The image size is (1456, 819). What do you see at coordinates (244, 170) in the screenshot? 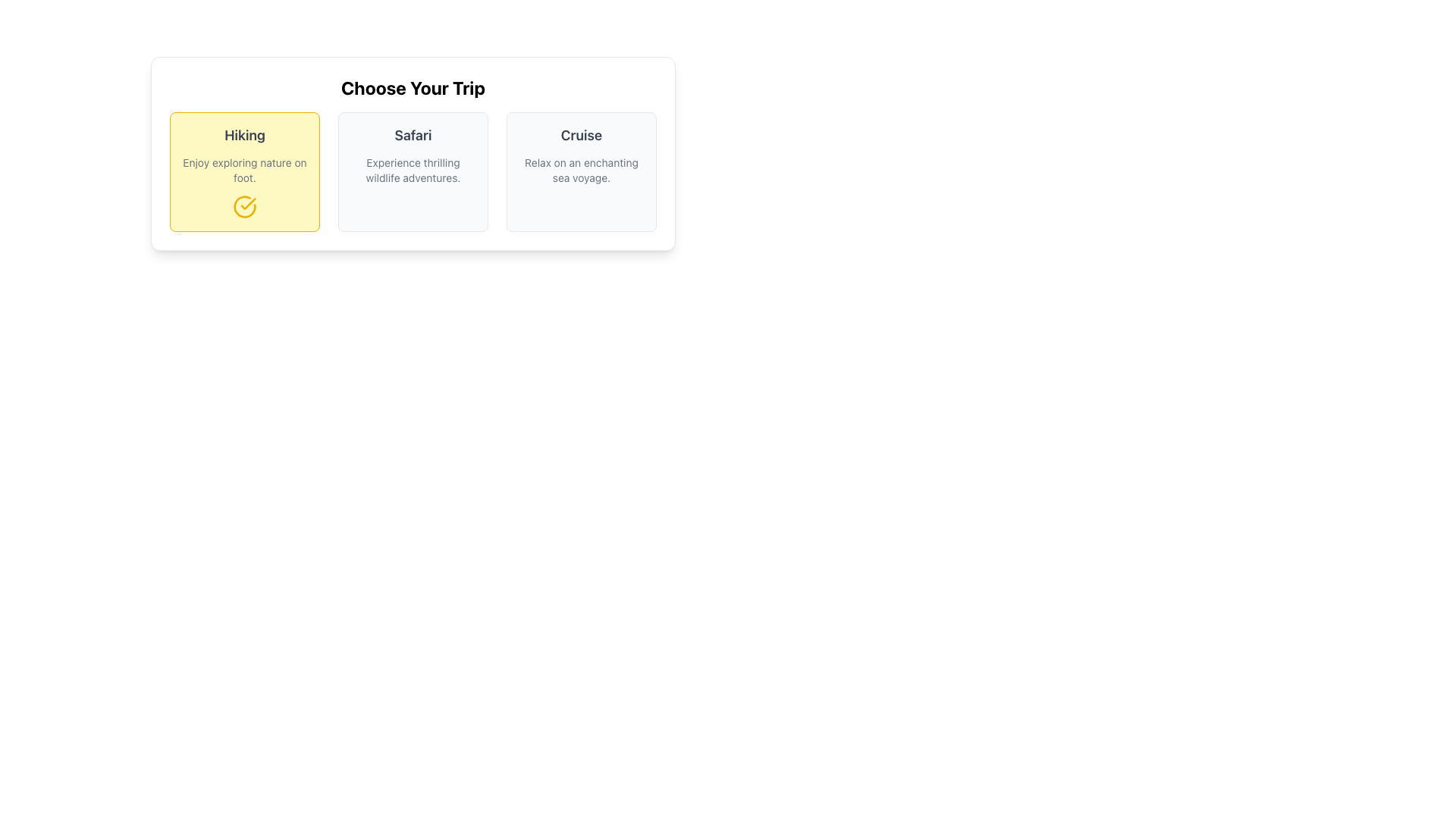
I see `the descriptive text block located below the title 'Hiking' in the trip selection interface` at bounding box center [244, 170].